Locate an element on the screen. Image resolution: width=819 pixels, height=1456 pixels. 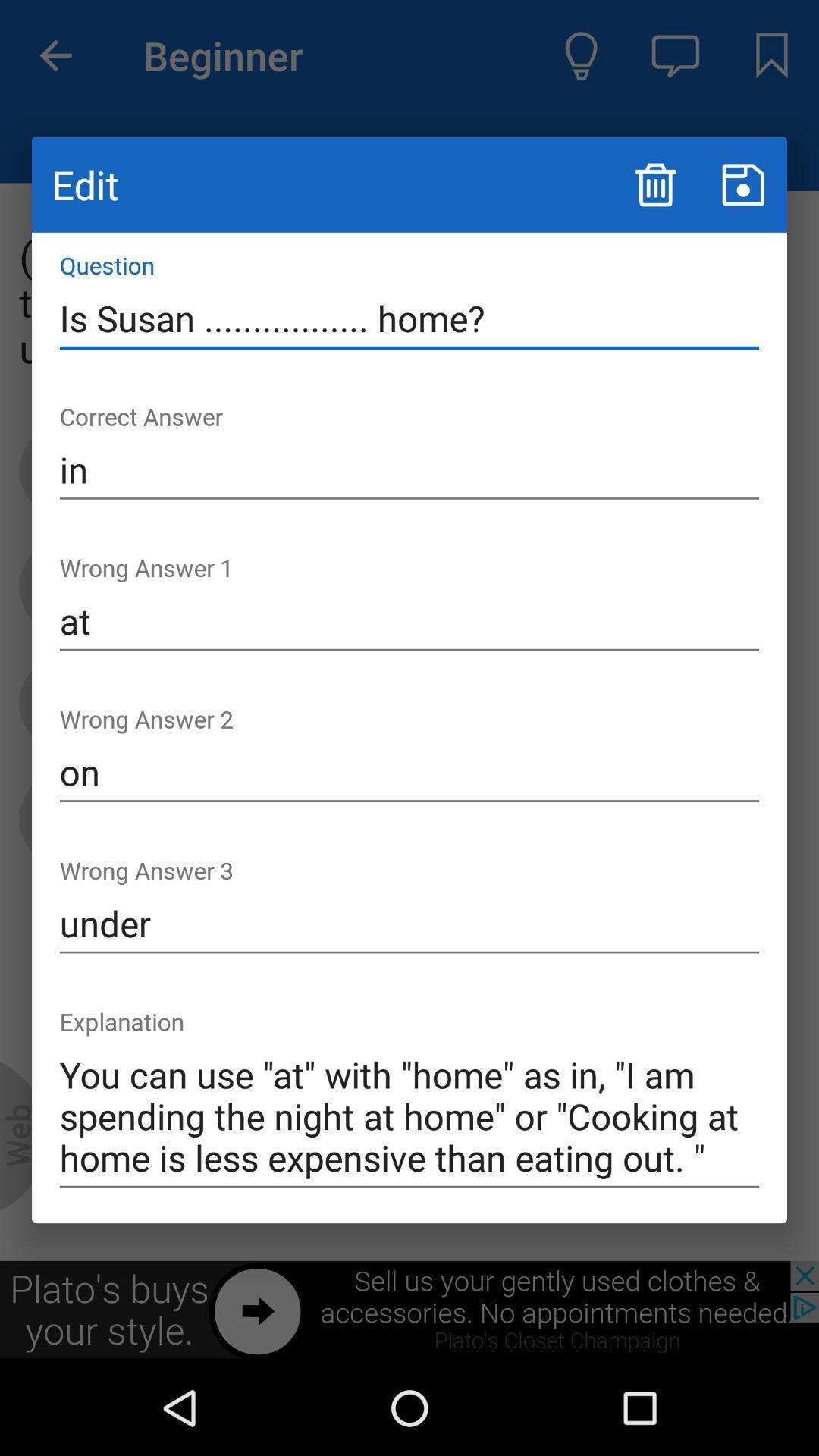
the you can use icon is located at coordinates (409, 1117).